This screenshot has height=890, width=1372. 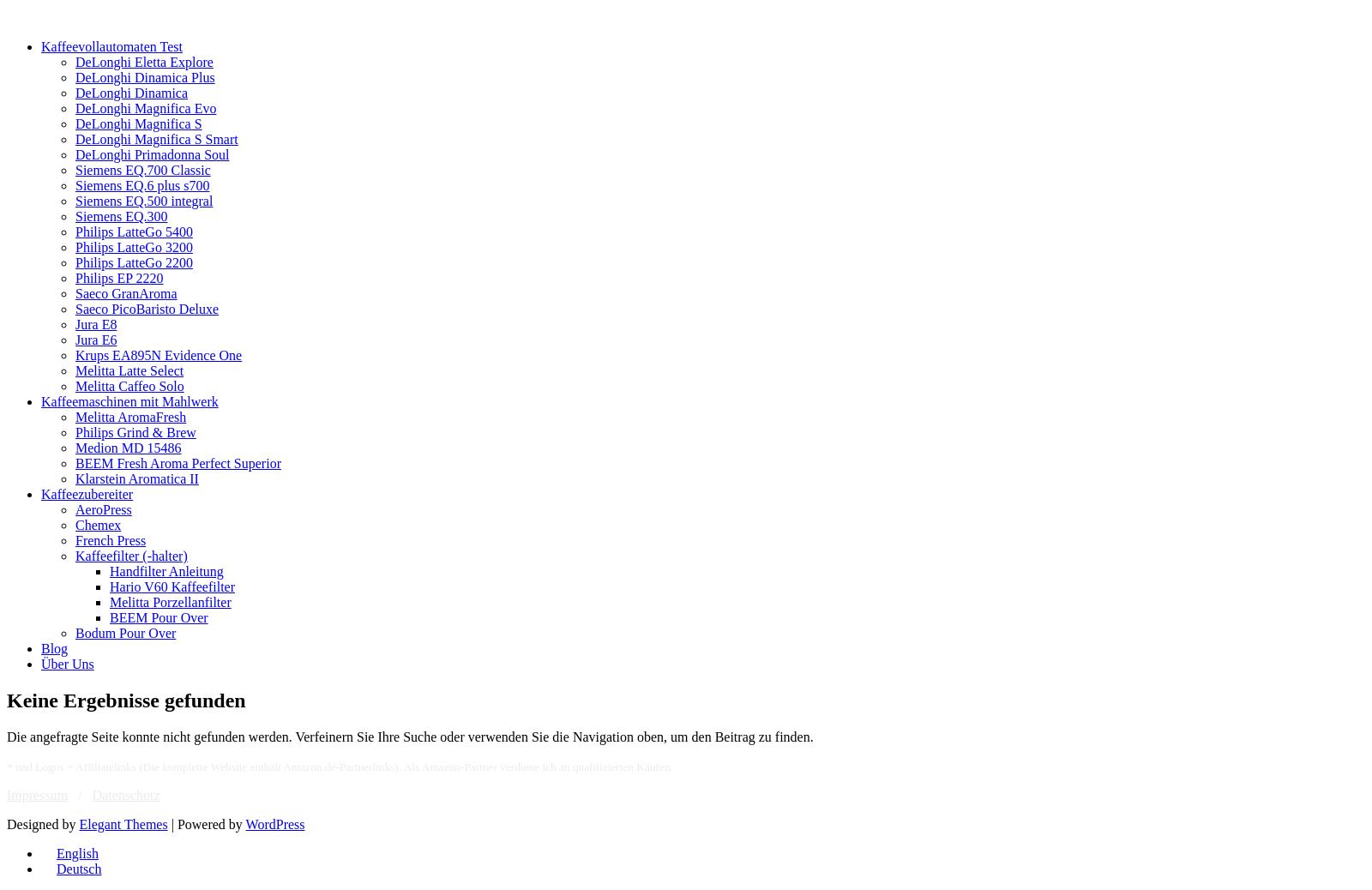 I want to click on 'Bodum Pour Over', so click(x=124, y=632).